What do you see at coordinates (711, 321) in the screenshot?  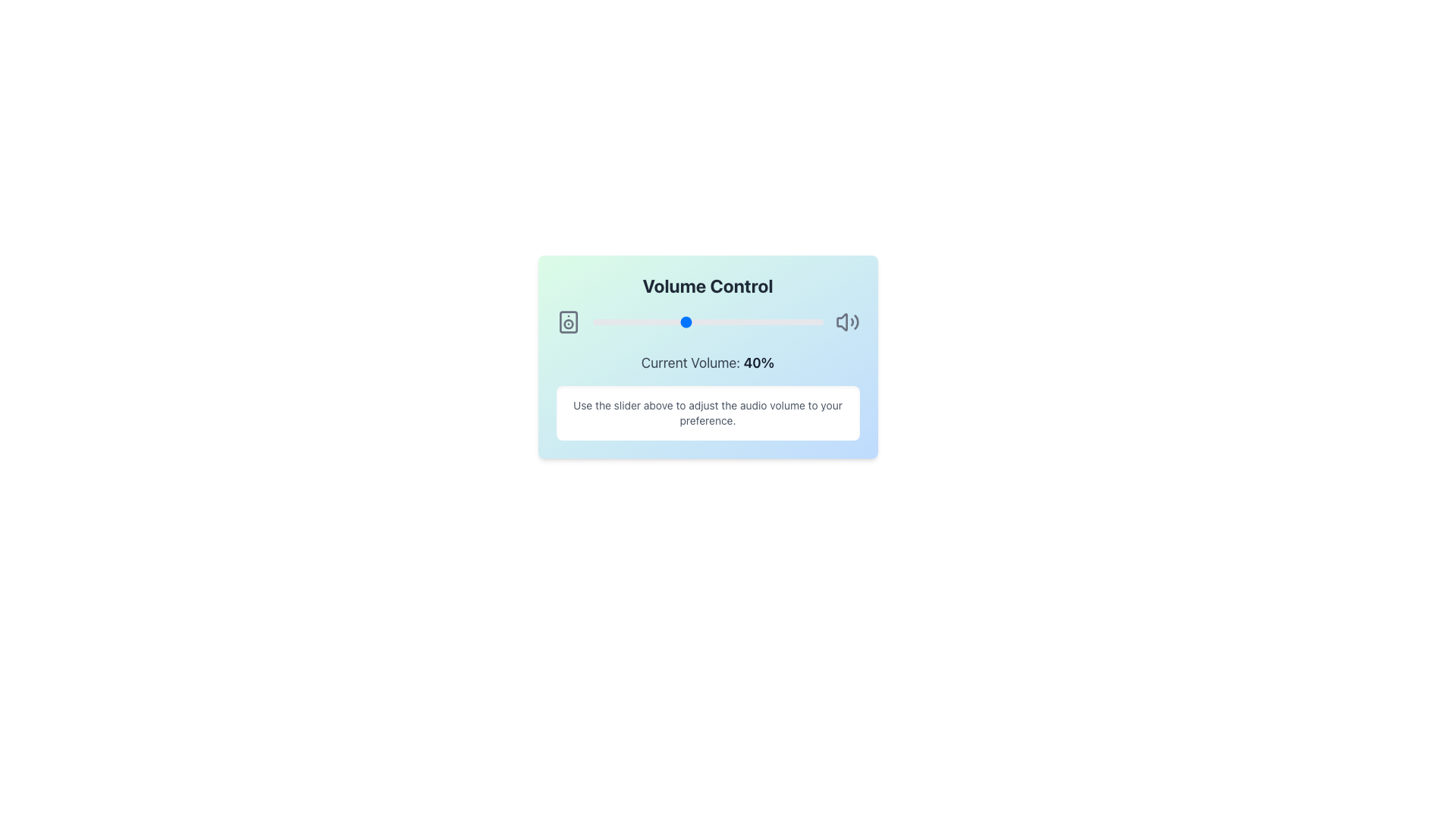 I see `the volume level` at bounding box center [711, 321].